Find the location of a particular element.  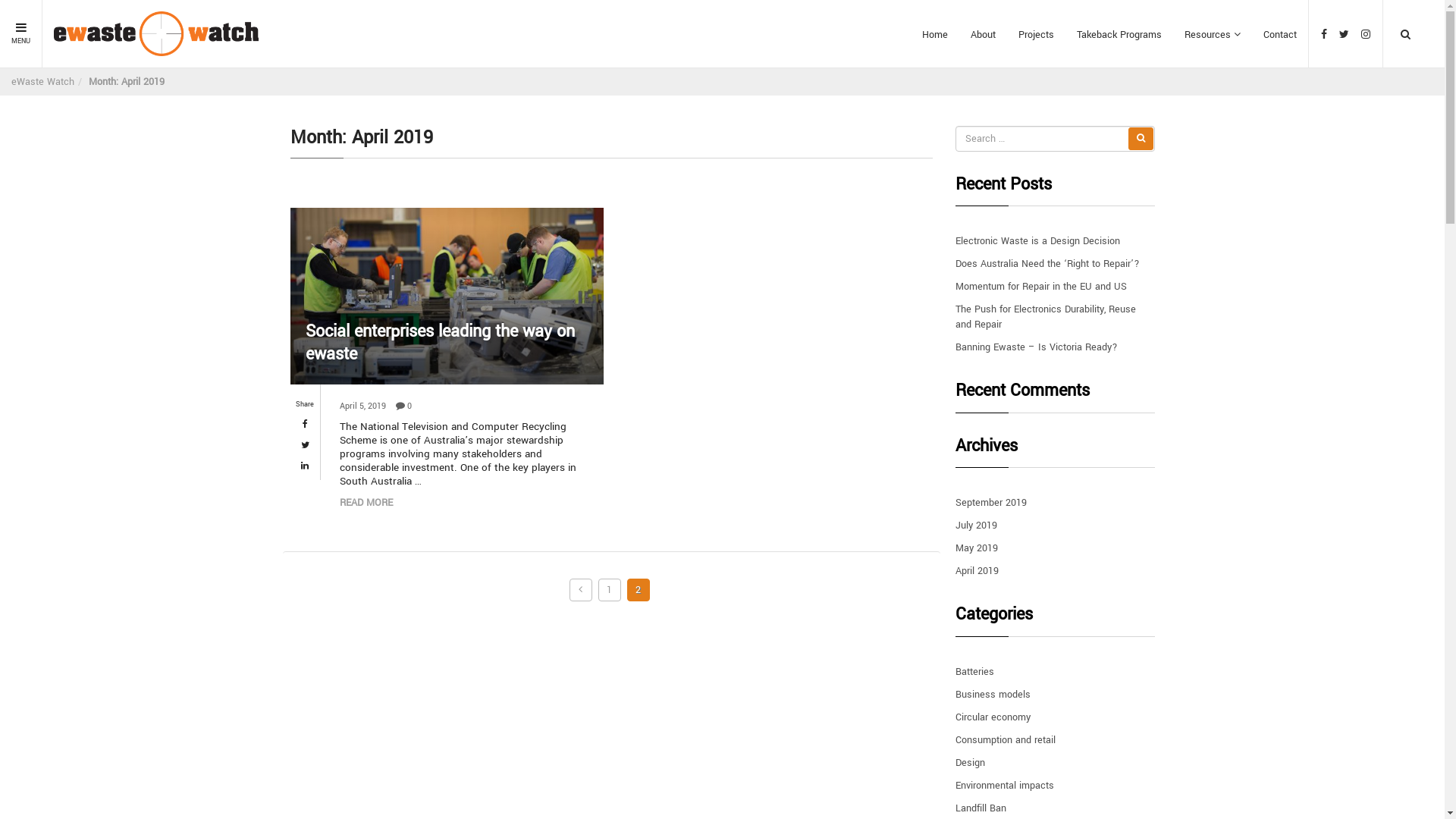

'May 2019' is located at coordinates (976, 548).